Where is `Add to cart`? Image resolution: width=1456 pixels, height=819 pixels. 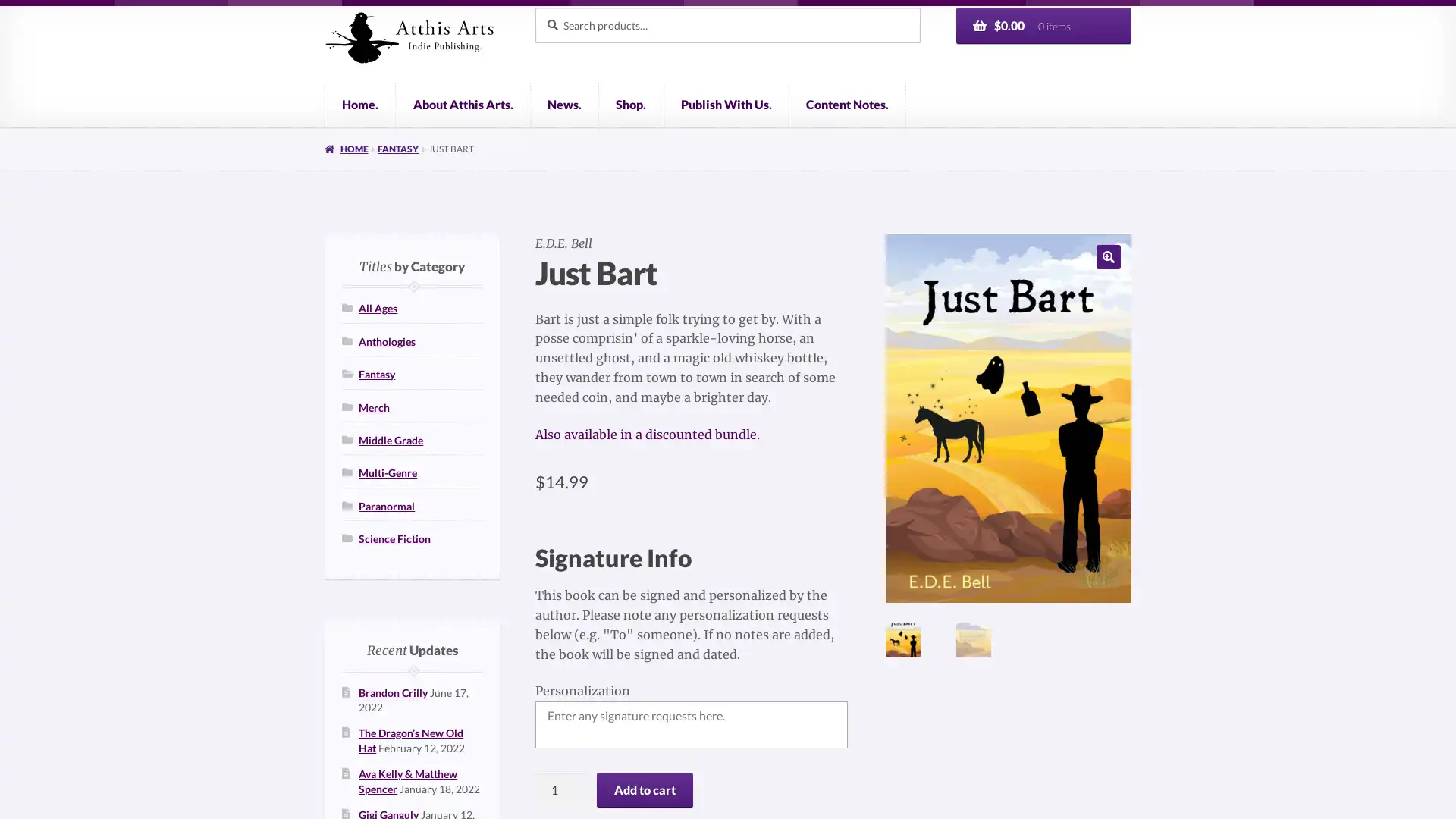 Add to cart is located at coordinates (644, 789).